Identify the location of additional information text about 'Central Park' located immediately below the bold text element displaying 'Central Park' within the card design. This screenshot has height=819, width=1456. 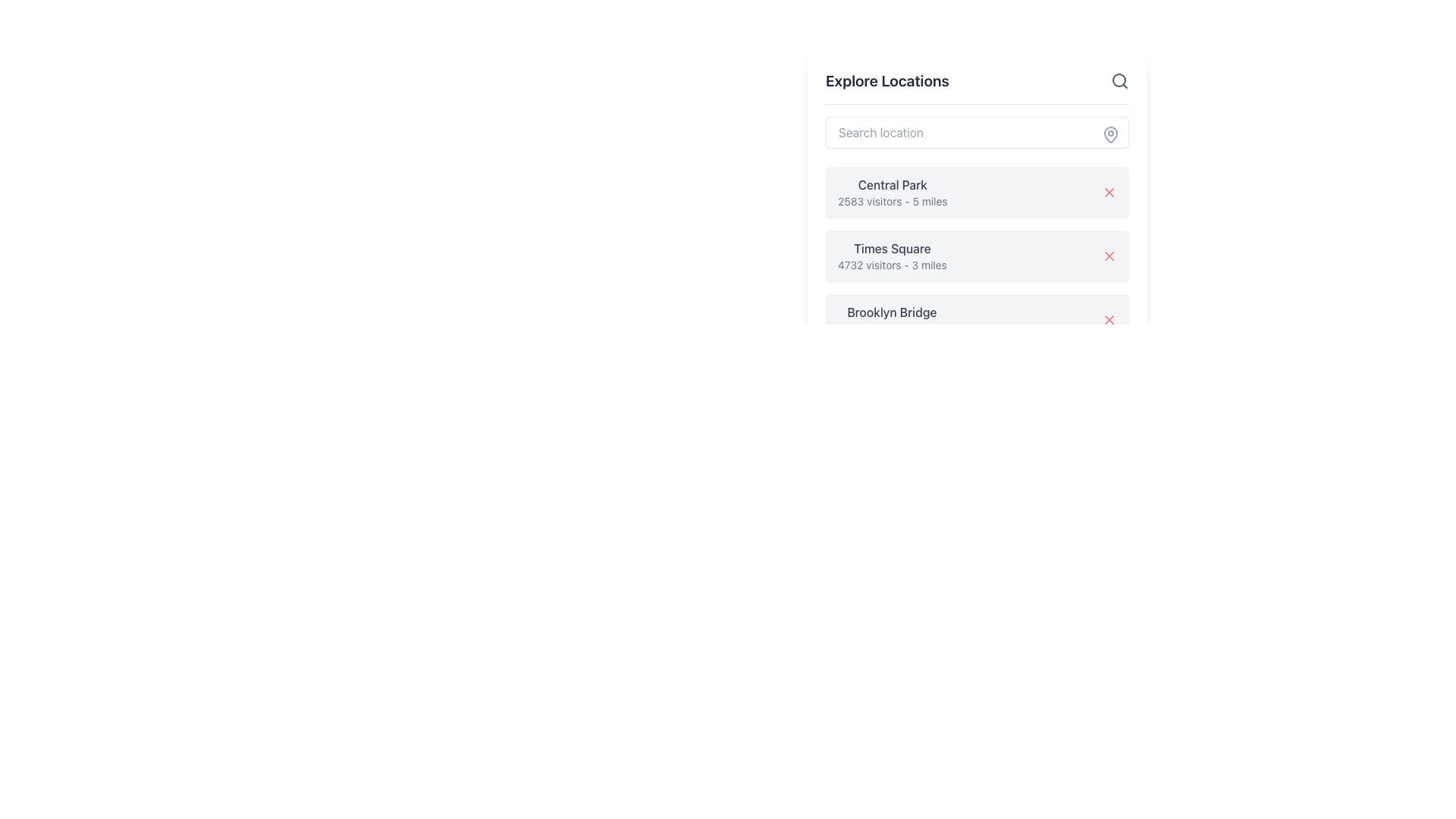
(893, 201).